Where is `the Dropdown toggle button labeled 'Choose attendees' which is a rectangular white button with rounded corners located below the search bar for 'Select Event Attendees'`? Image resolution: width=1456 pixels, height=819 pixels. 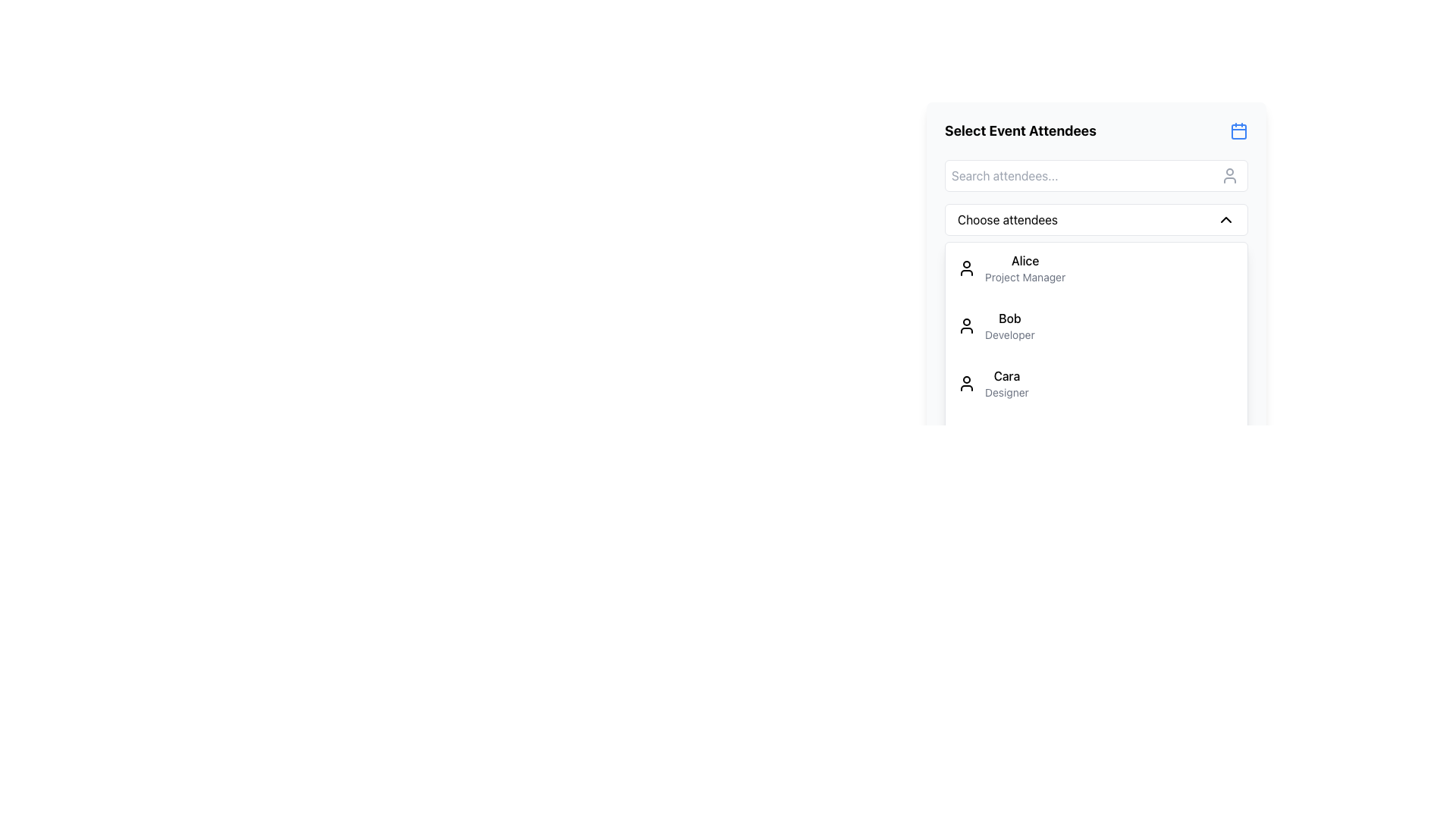
the Dropdown toggle button labeled 'Choose attendees' which is a rectangular white button with rounded corners located below the search bar for 'Select Event Attendees' is located at coordinates (1096, 219).